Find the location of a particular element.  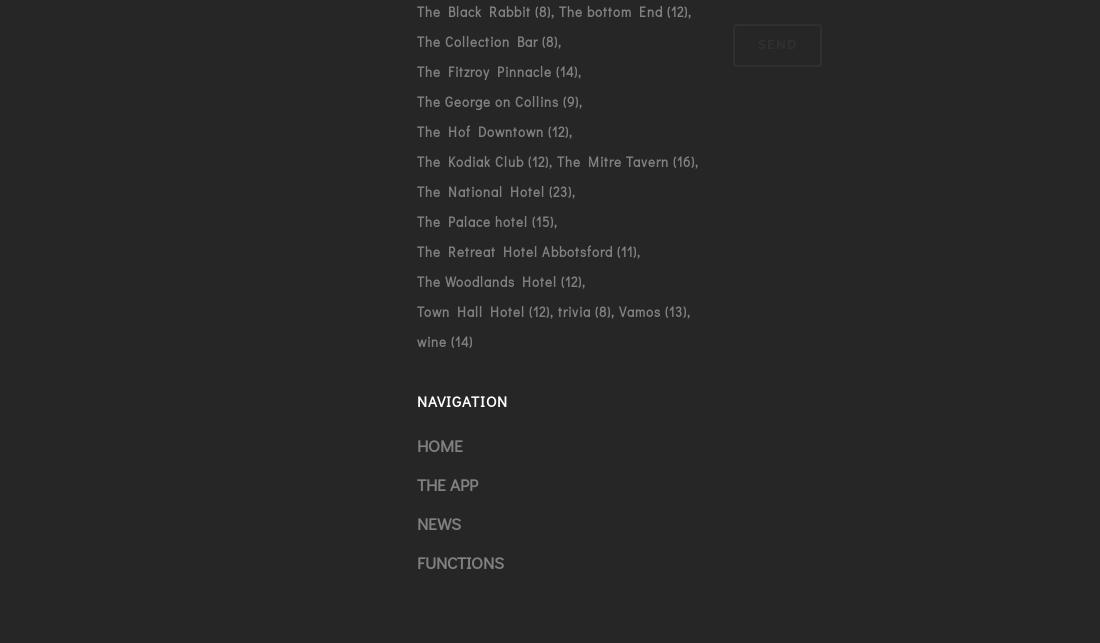

'(15)' is located at coordinates (539, 220).